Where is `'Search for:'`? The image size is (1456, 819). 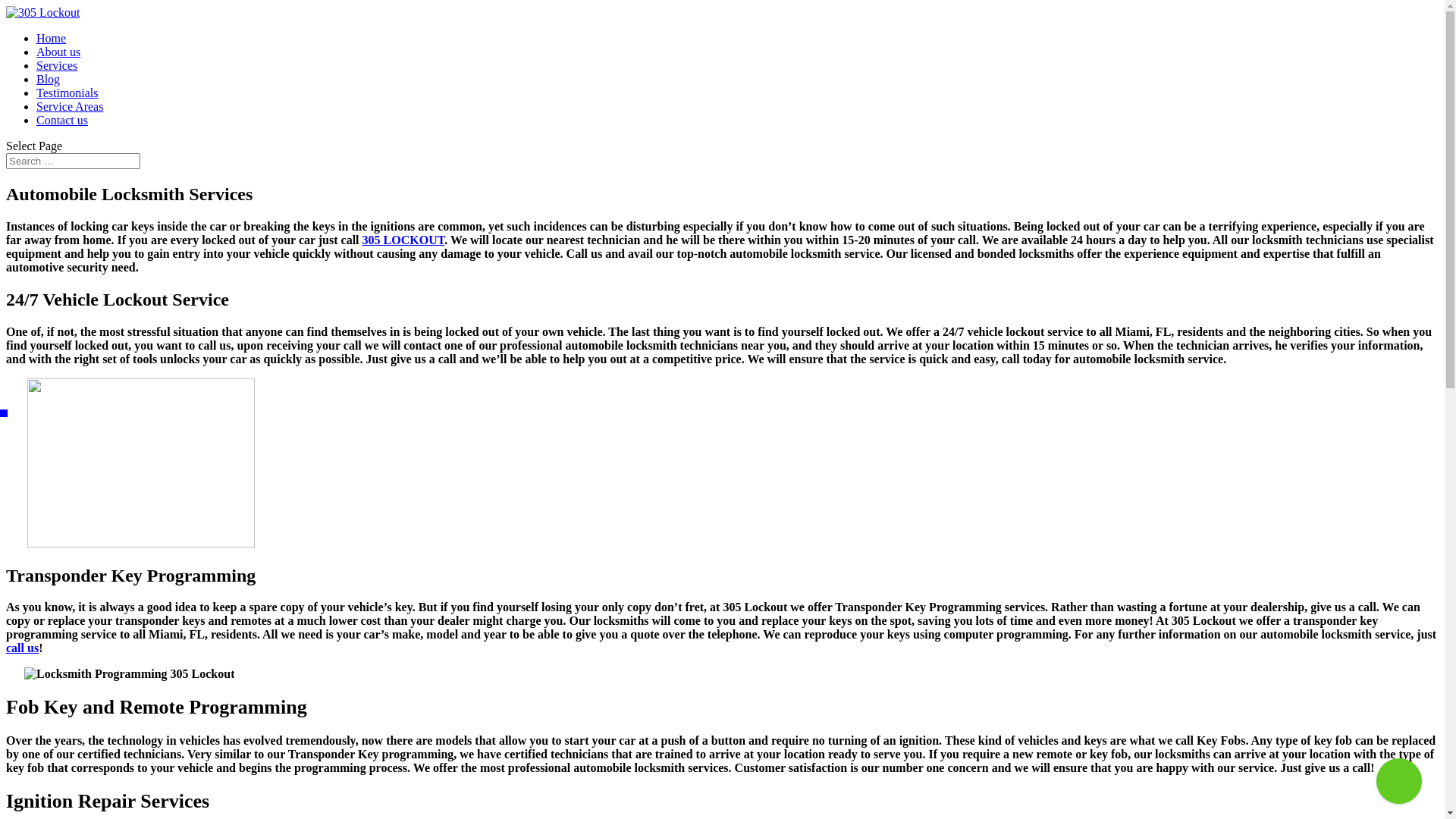 'Search for:' is located at coordinates (6, 161).